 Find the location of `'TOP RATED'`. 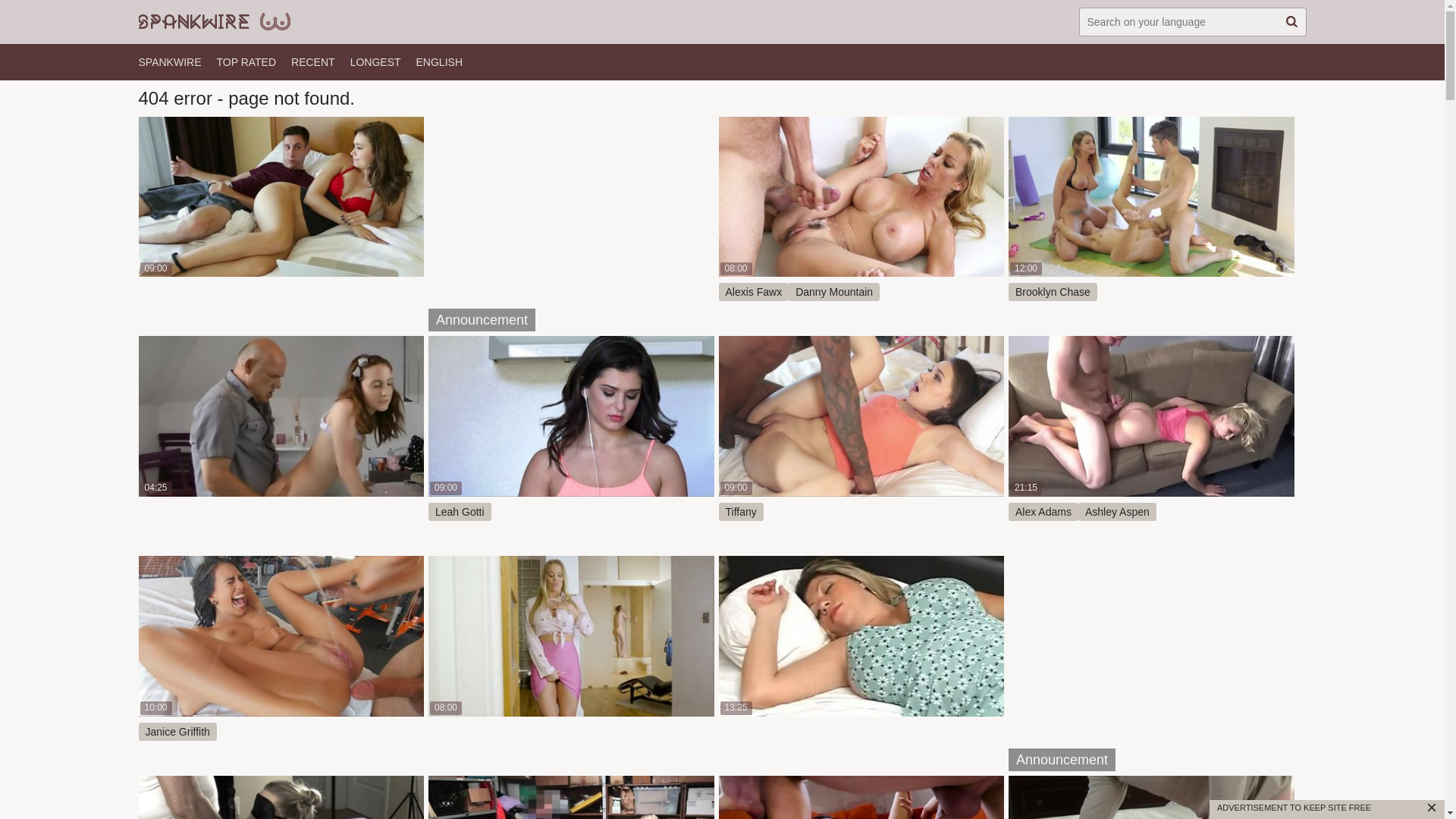

'TOP RATED' is located at coordinates (246, 61).